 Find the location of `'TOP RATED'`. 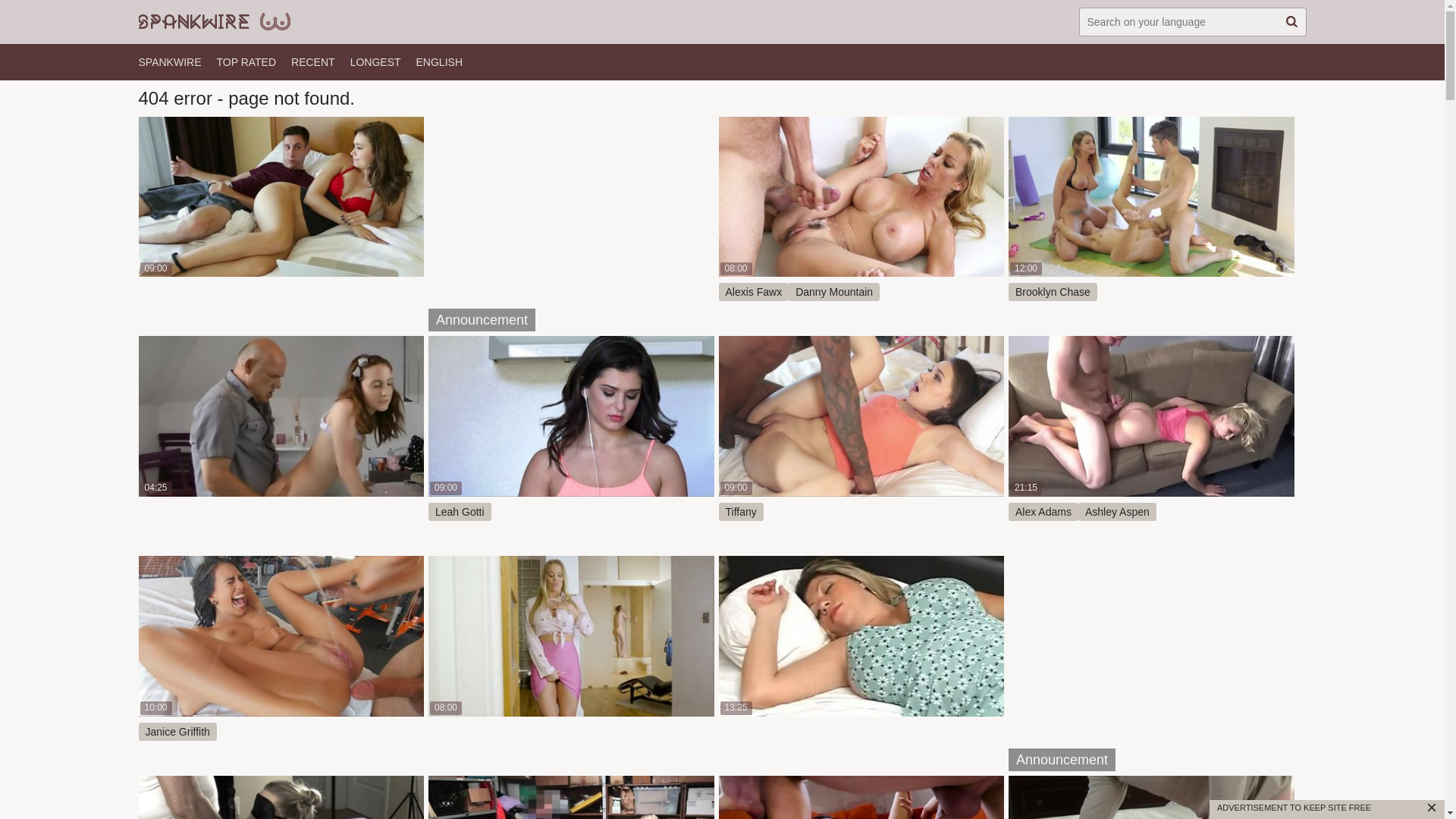

'TOP RATED' is located at coordinates (246, 61).